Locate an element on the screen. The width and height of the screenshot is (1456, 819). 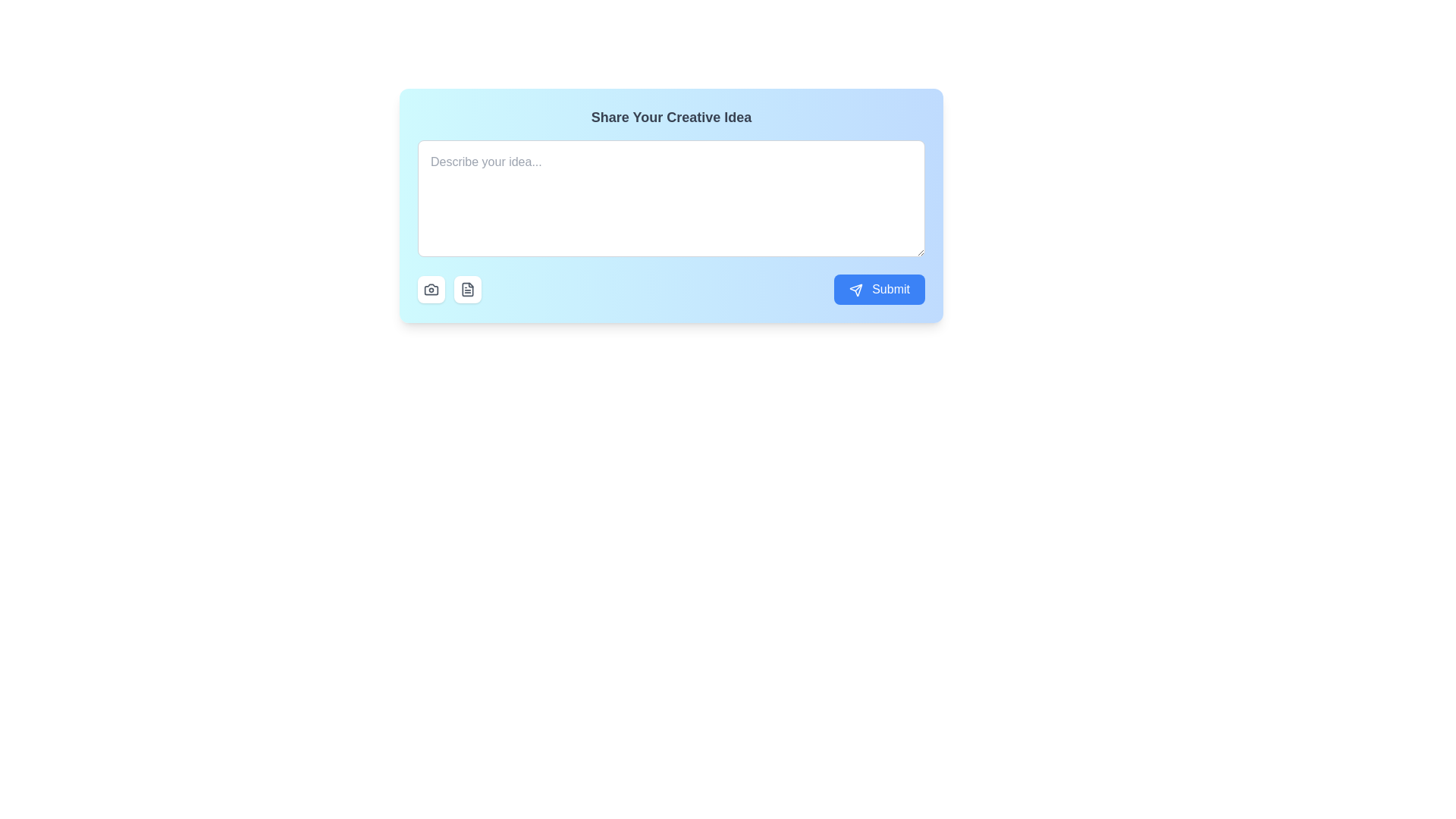
the large blue 'Submit' button located on the lower right side of the input area is located at coordinates (879, 289).